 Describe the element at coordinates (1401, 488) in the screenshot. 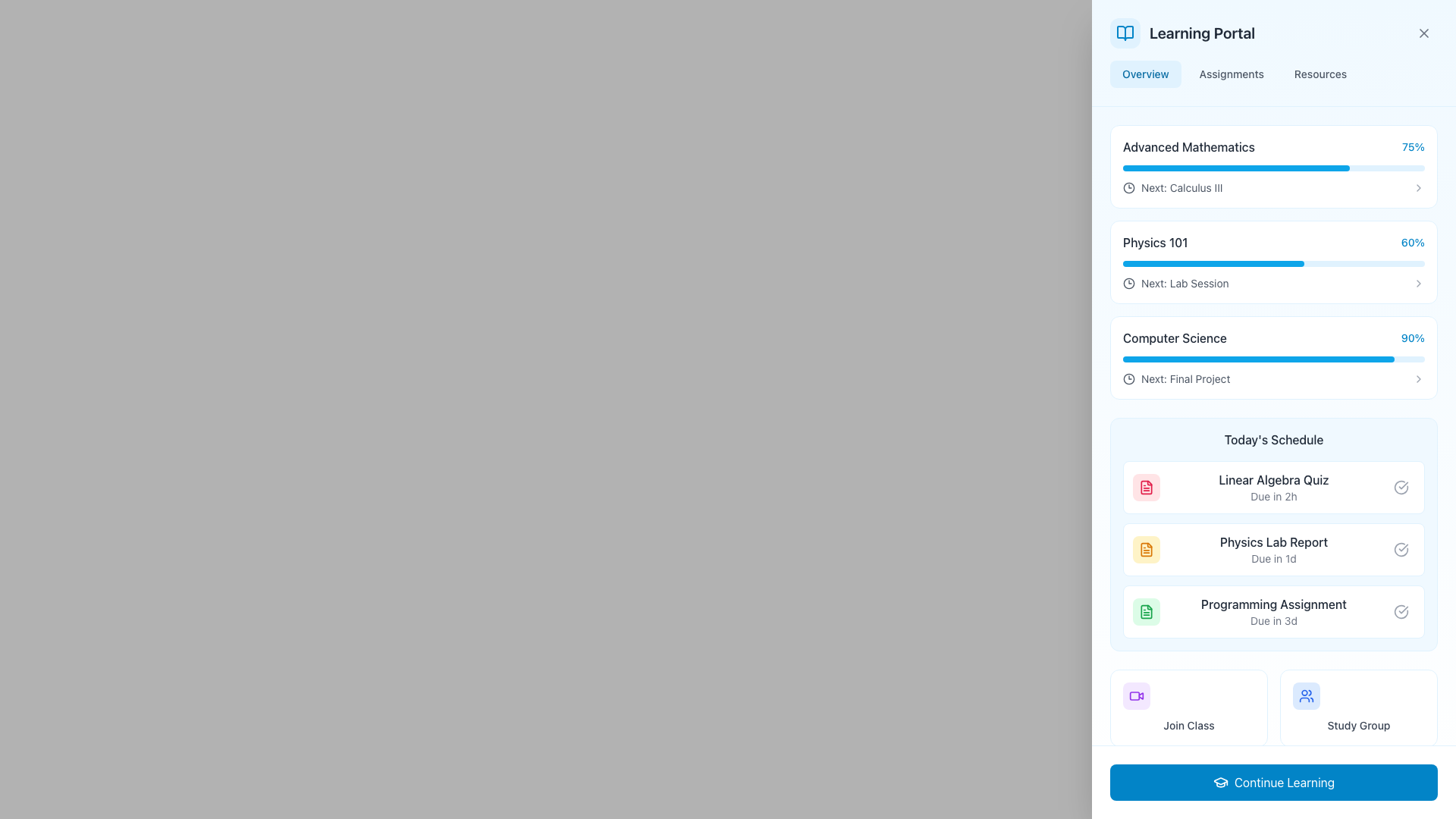

I see `the checkmark icon in the outlined circle that indicates the completed status of the 'Linear Algebra Quiz' list item` at that location.